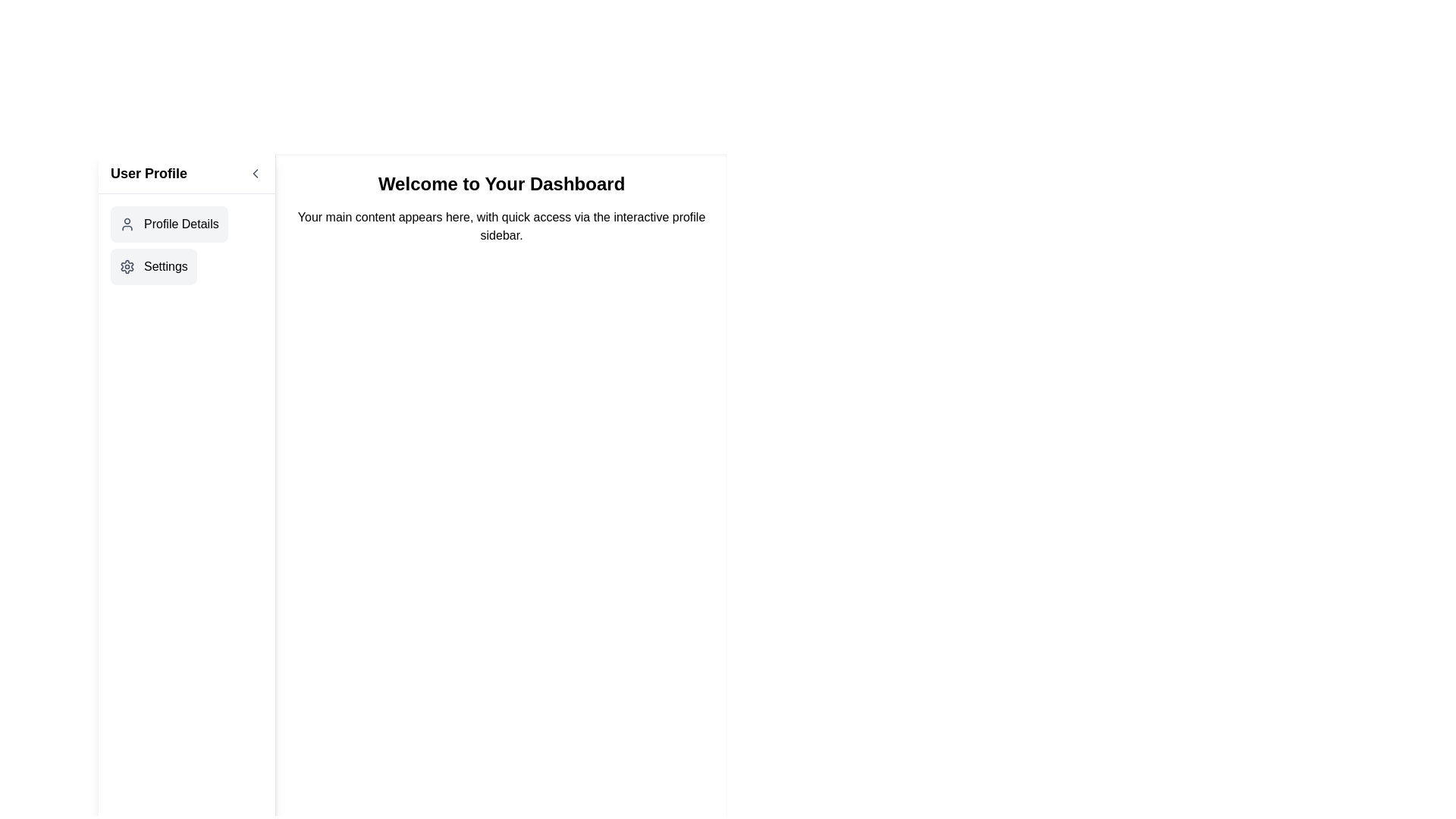  What do you see at coordinates (127, 265) in the screenshot?
I see `the 'Settings' button in the sidebar of the user profile section, which features an icon representing settings functionality` at bounding box center [127, 265].